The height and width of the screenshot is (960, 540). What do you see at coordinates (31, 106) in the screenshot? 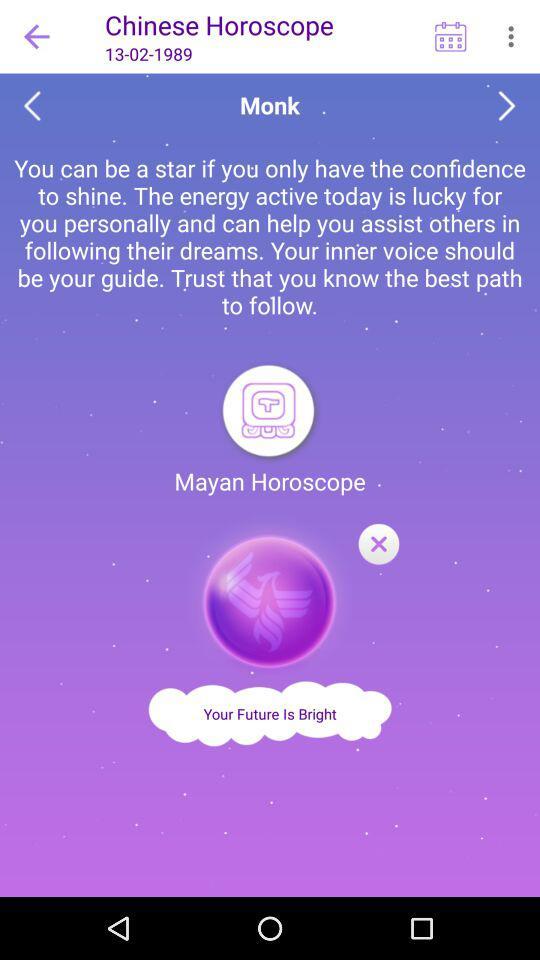
I see `back the option` at bounding box center [31, 106].